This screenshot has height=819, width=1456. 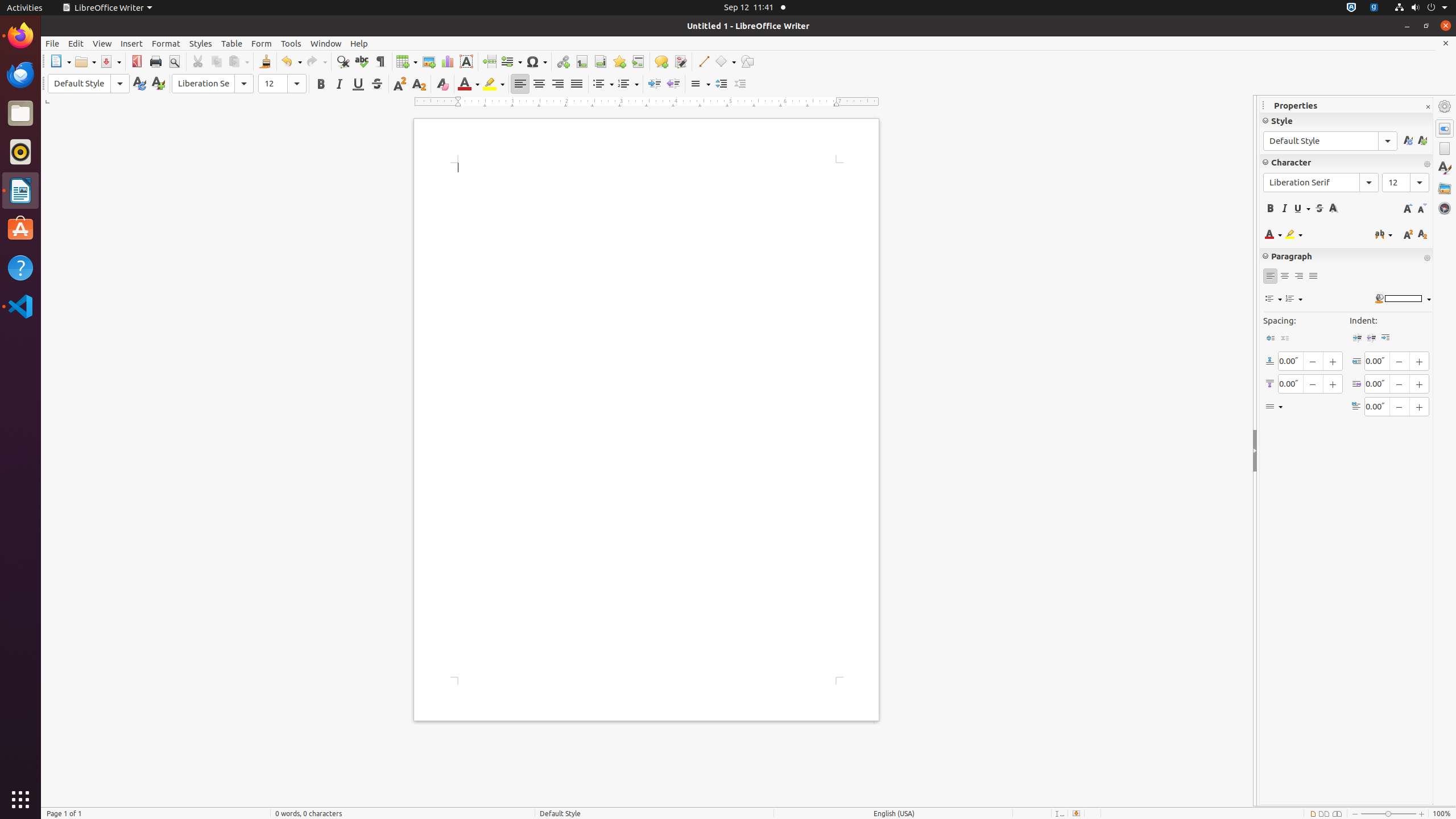 I want to click on 'Rhythmbox', so click(x=20, y=151).